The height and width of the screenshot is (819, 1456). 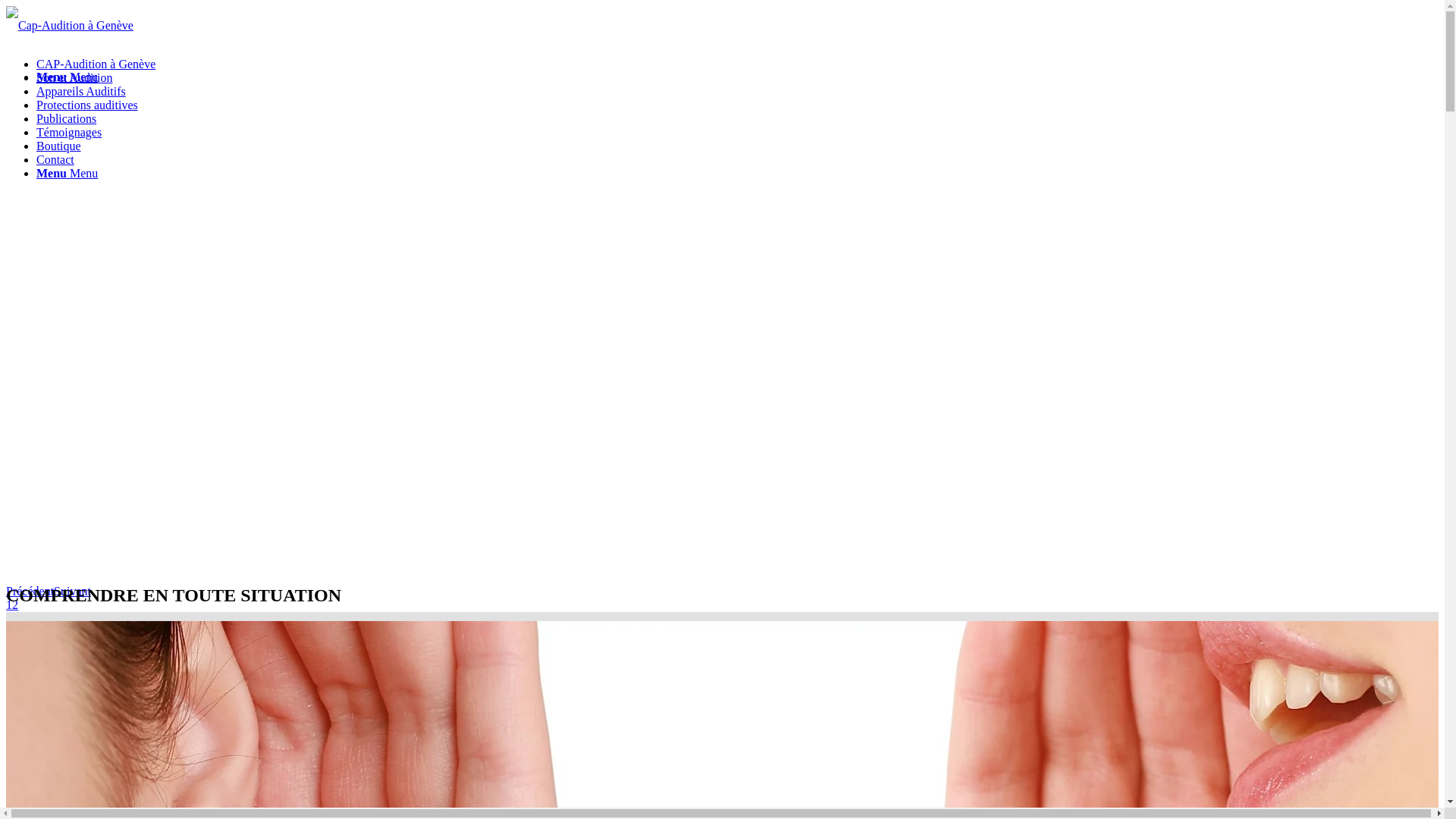 What do you see at coordinates (73, 77) in the screenshot?
I see `'Son et Audition'` at bounding box center [73, 77].